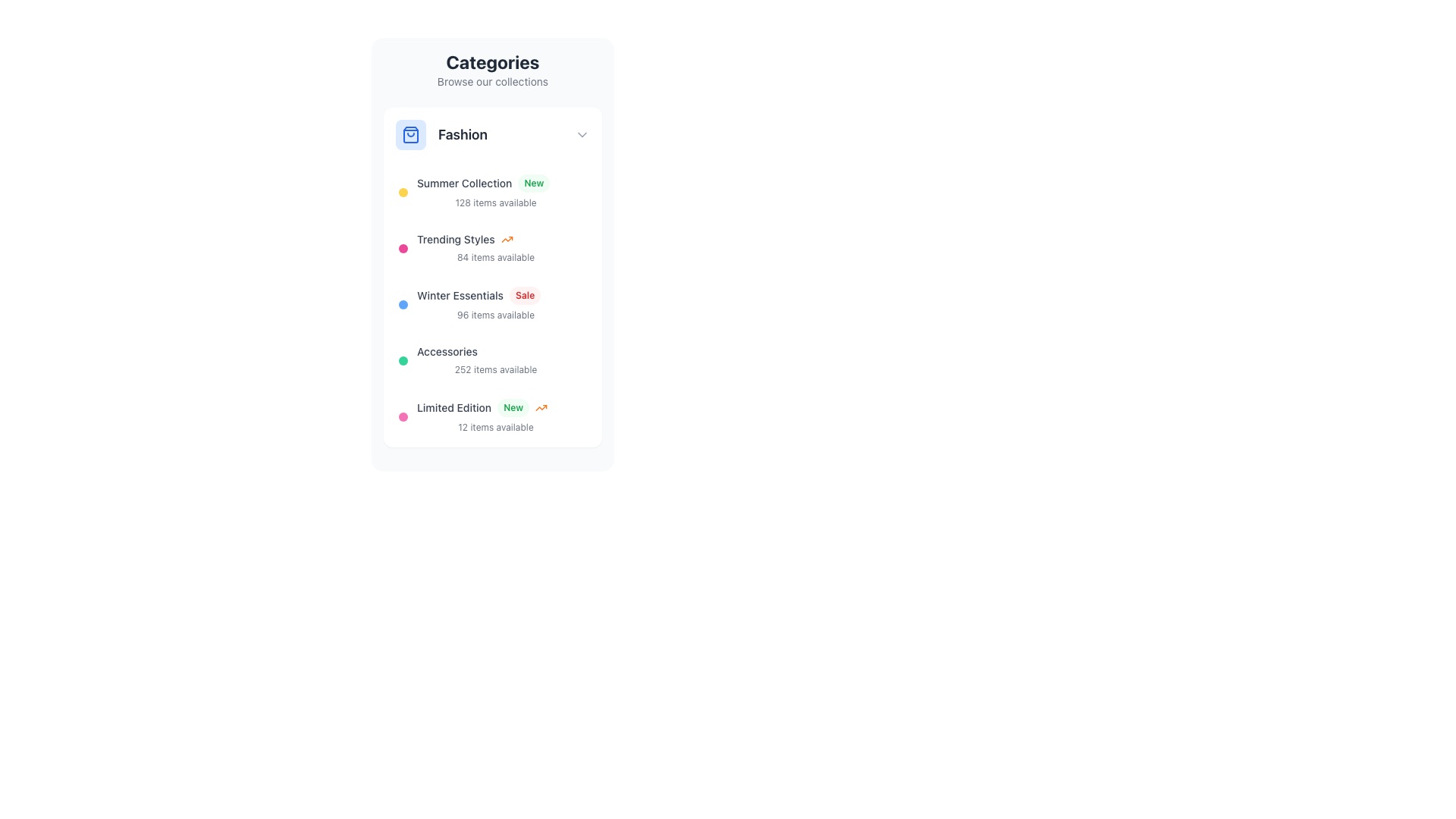  Describe the element at coordinates (484, 133) in the screenshot. I see `the 'Fashion' text label, which is in bold font and located next to a blue shopping bag icon in the 'Categories' list, to trigger a tooltip` at that location.